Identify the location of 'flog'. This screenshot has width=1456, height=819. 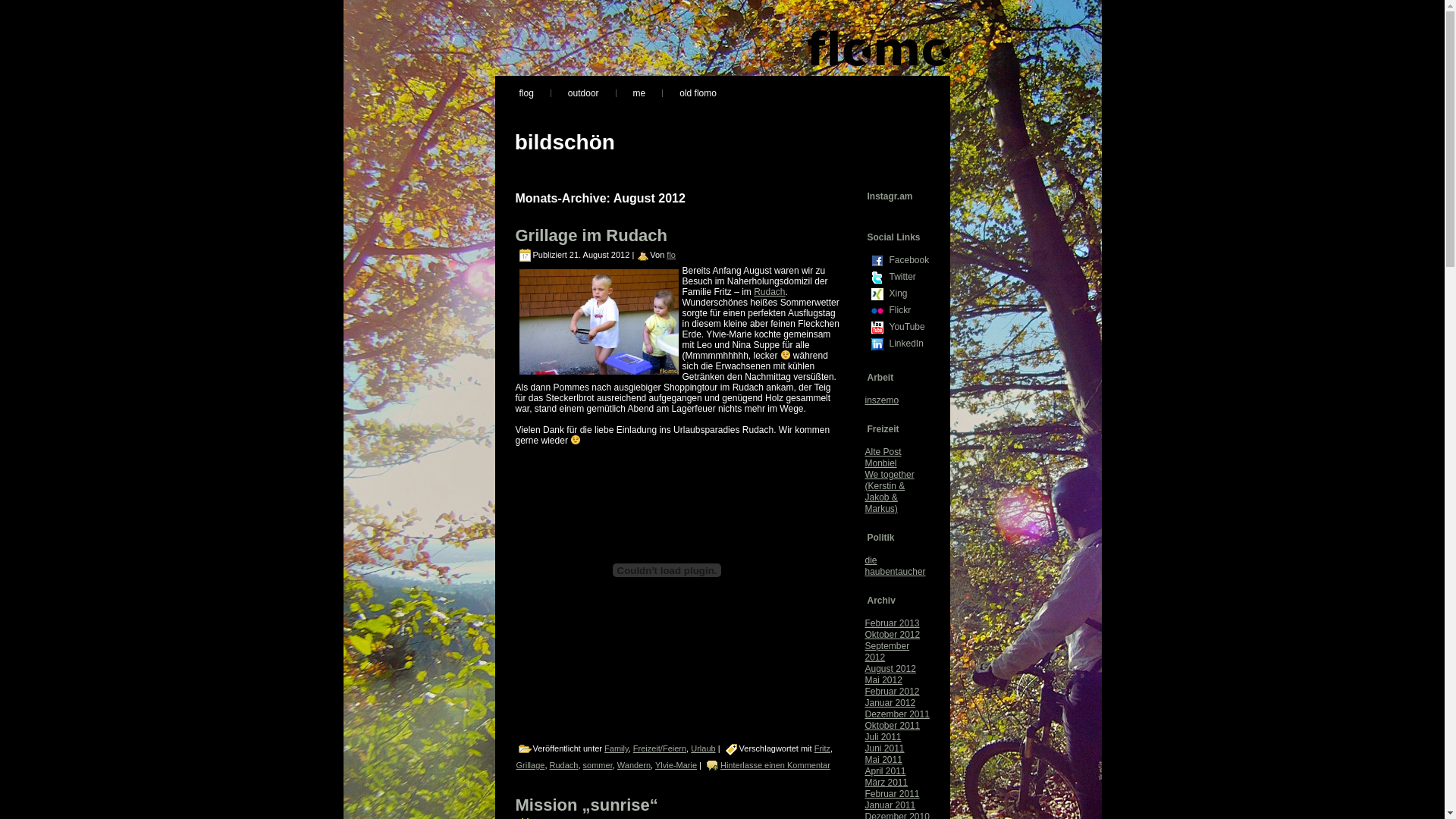
(502, 93).